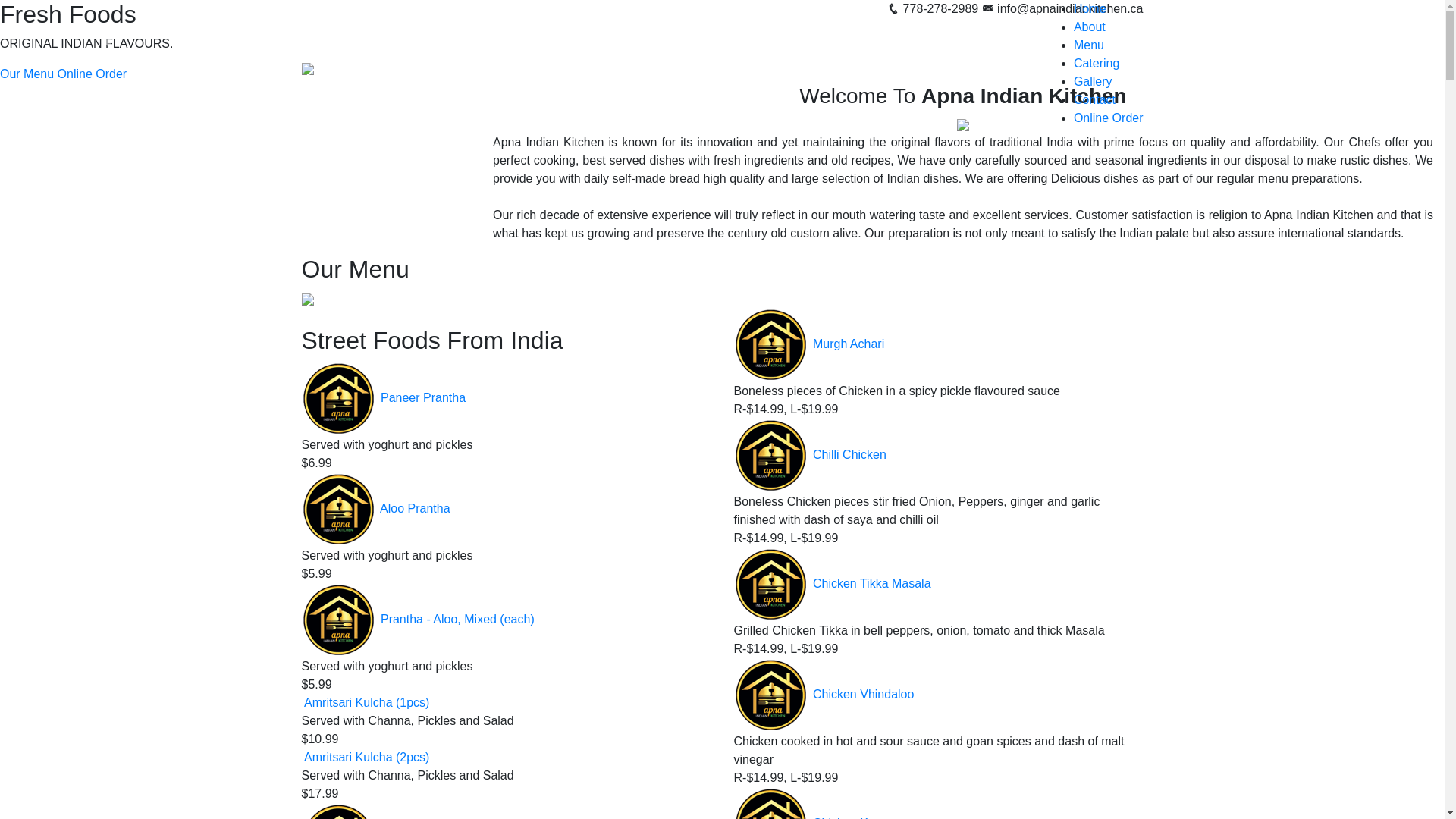  I want to click on 'Paneer Prantha', so click(422, 397).